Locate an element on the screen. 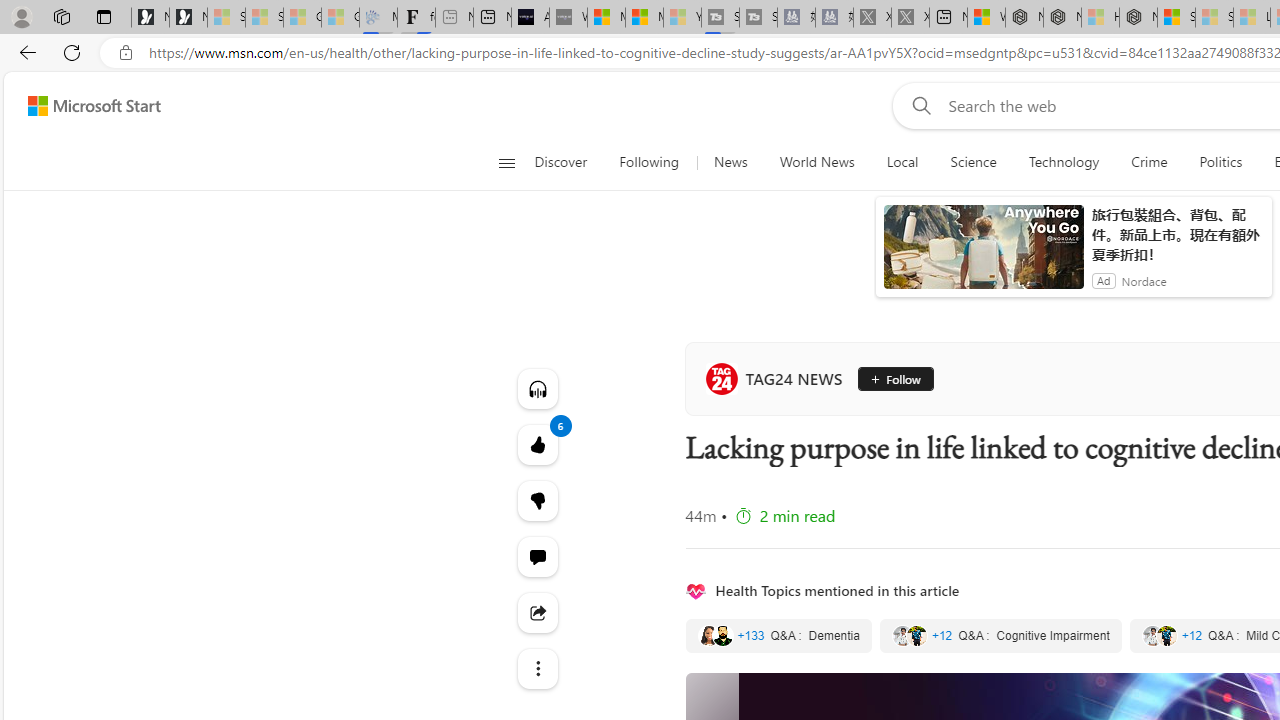 The width and height of the screenshot is (1280, 720). 'Cognitive Impairment' is located at coordinates (1000, 636).